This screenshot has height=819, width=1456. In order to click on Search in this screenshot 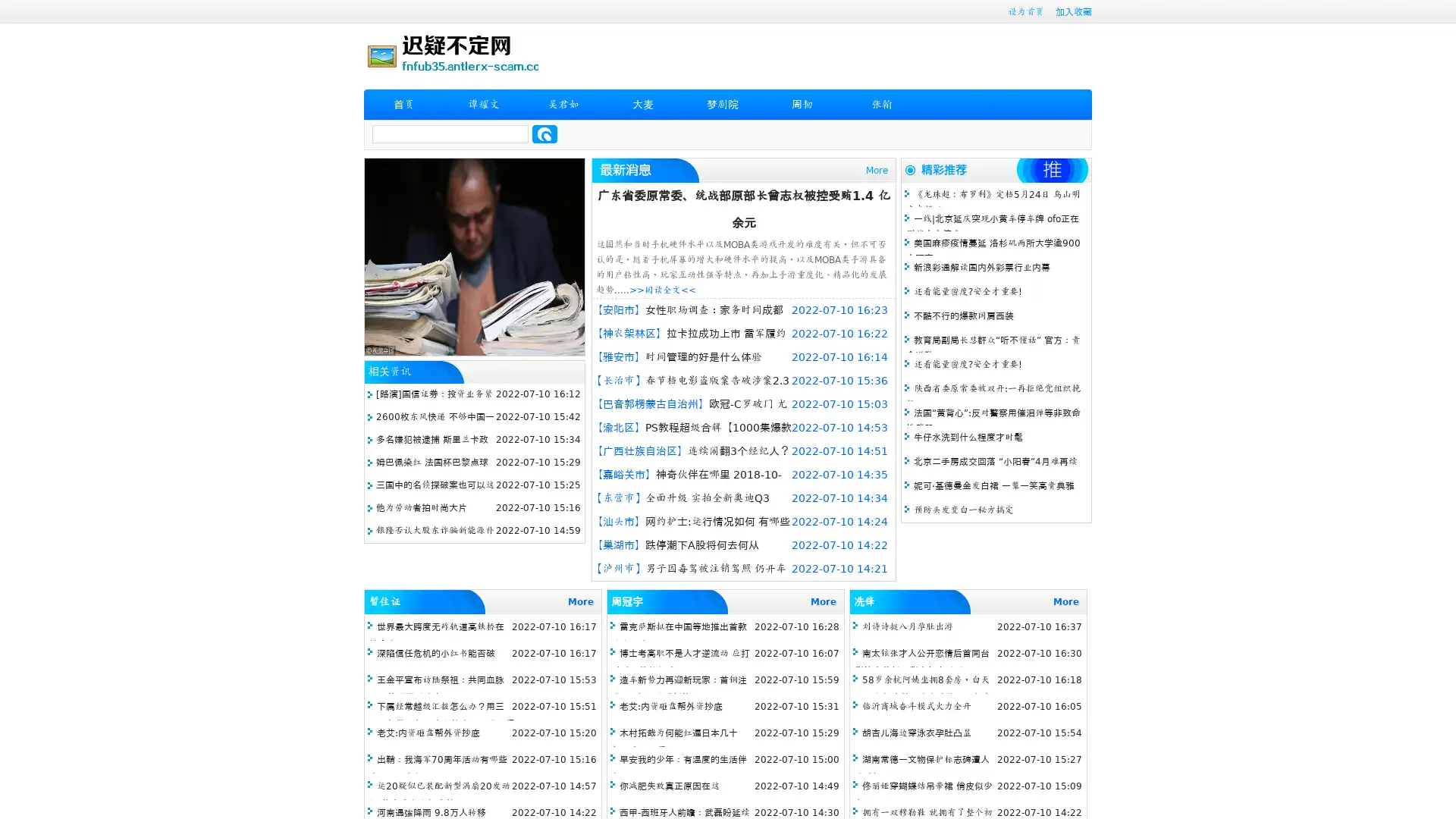, I will do `click(544, 133)`.